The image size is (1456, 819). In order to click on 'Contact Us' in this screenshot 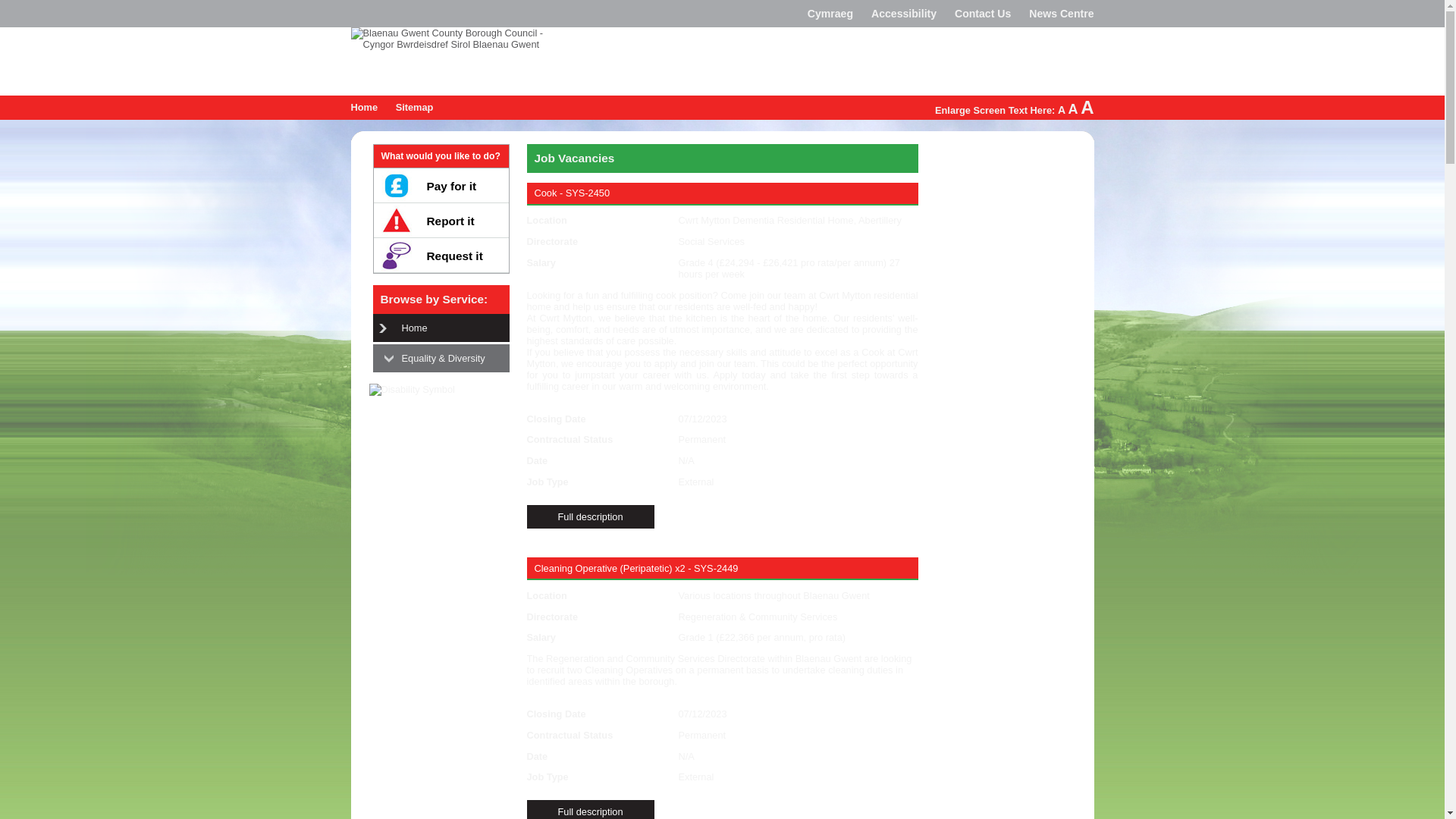, I will do `click(983, 14)`.